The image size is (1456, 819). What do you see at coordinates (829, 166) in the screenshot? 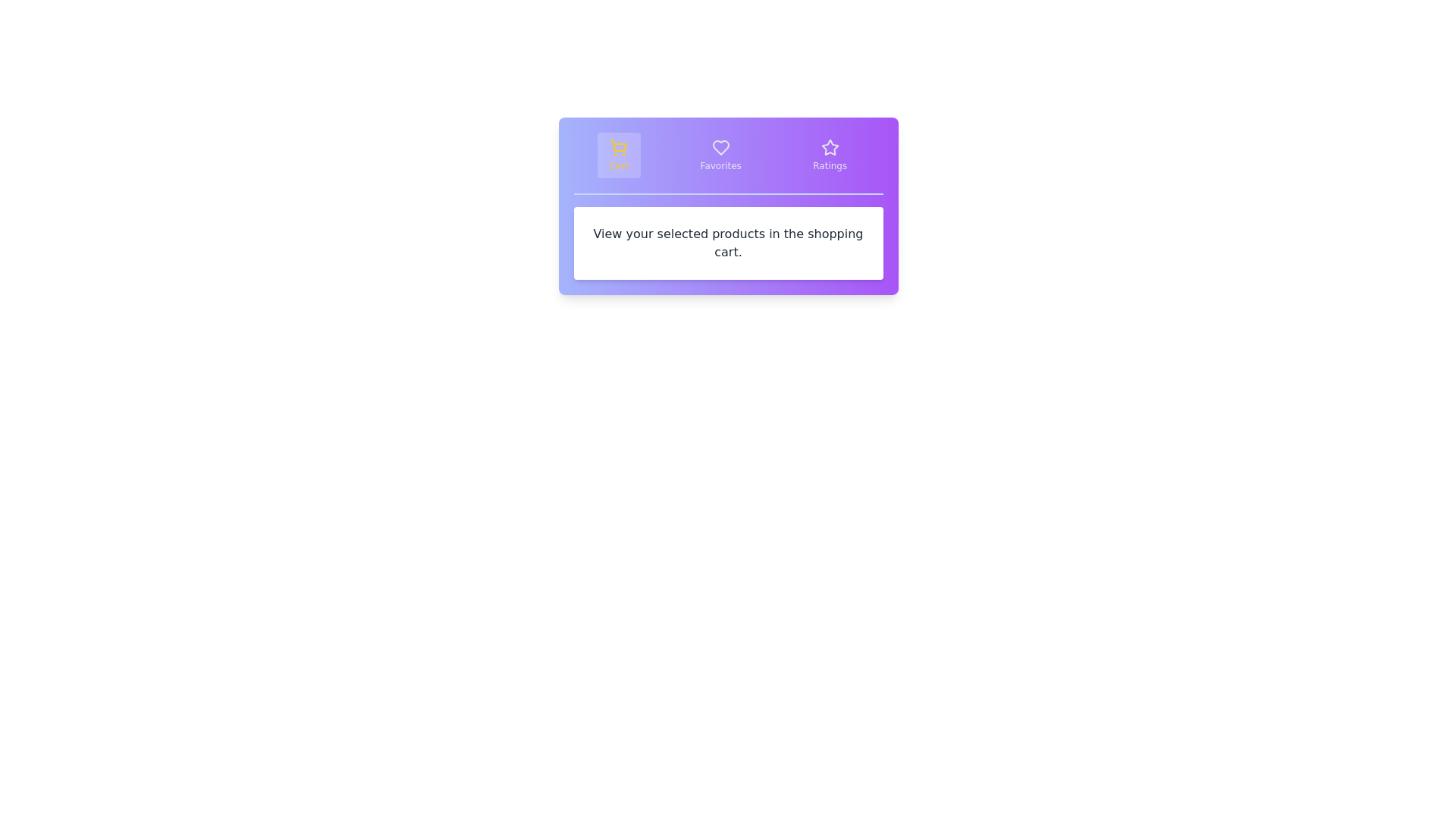
I see `text label 'Ratings' located in the third section of the horizontal navigation bar, positioned below a star icon and on the far right, styled with a small font size and medium weight against a purple background` at bounding box center [829, 166].